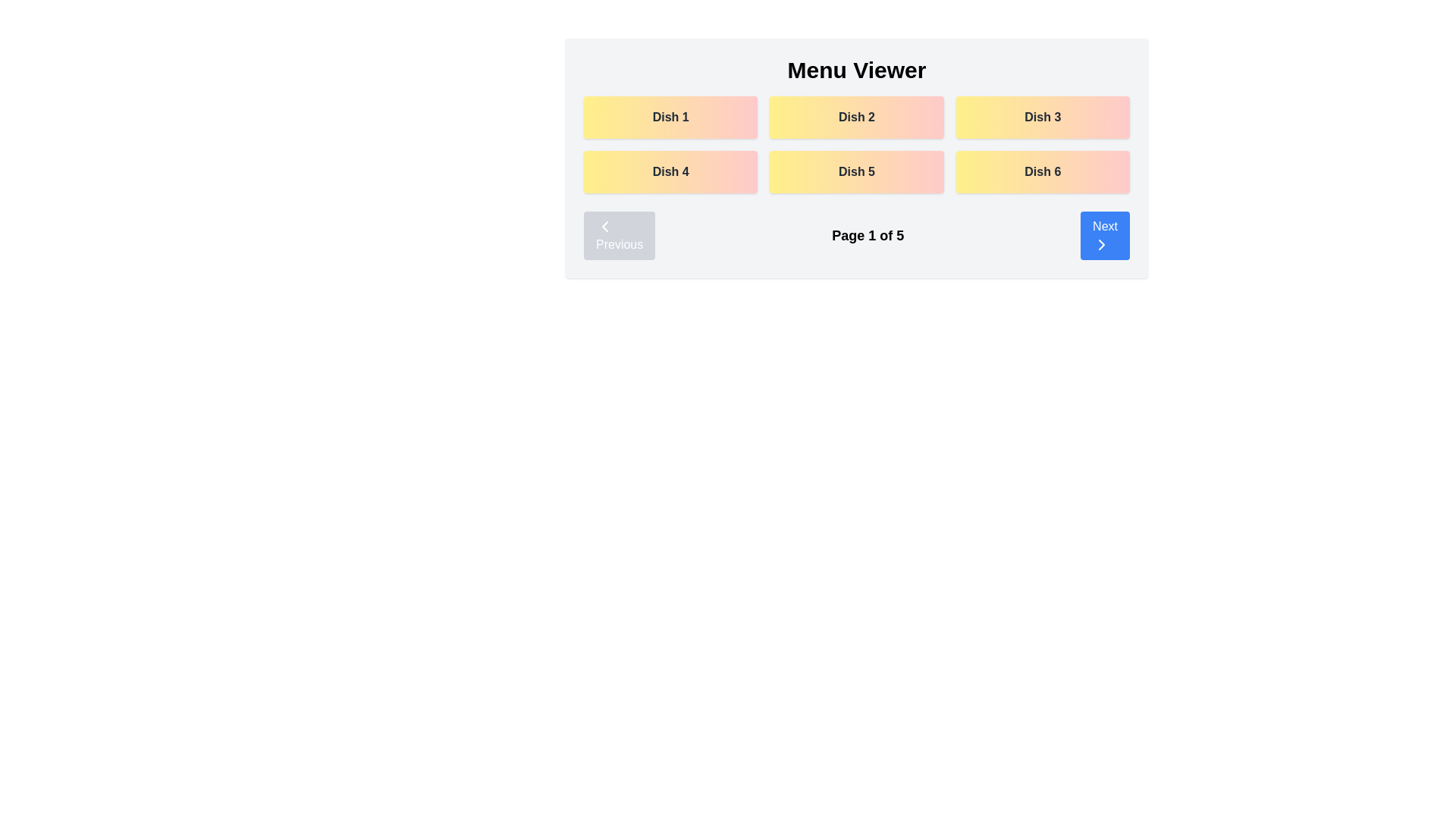  Describe the element at coordinates (1105, 236) in the screenshot. I see `the 'Next' button, which is a rectangular button with white text on a blue background, located at the bottom right of the pagination controls` at that location.